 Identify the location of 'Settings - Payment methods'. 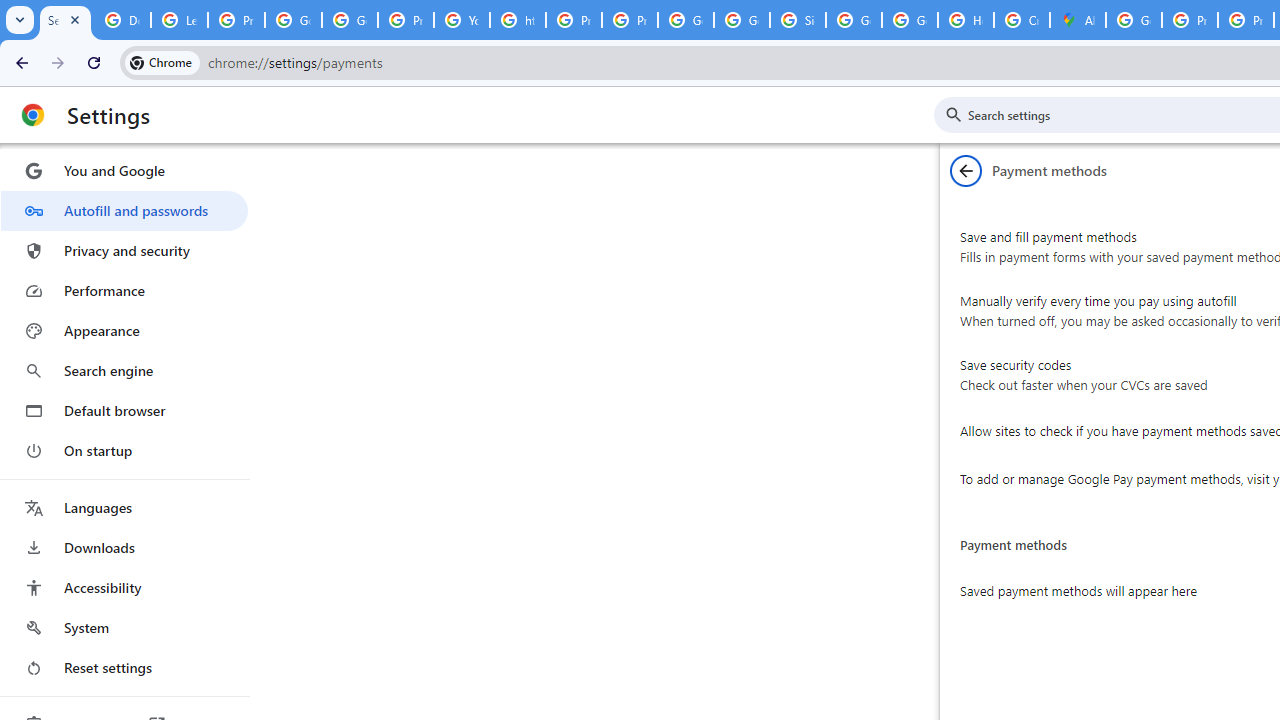
(65, 20).